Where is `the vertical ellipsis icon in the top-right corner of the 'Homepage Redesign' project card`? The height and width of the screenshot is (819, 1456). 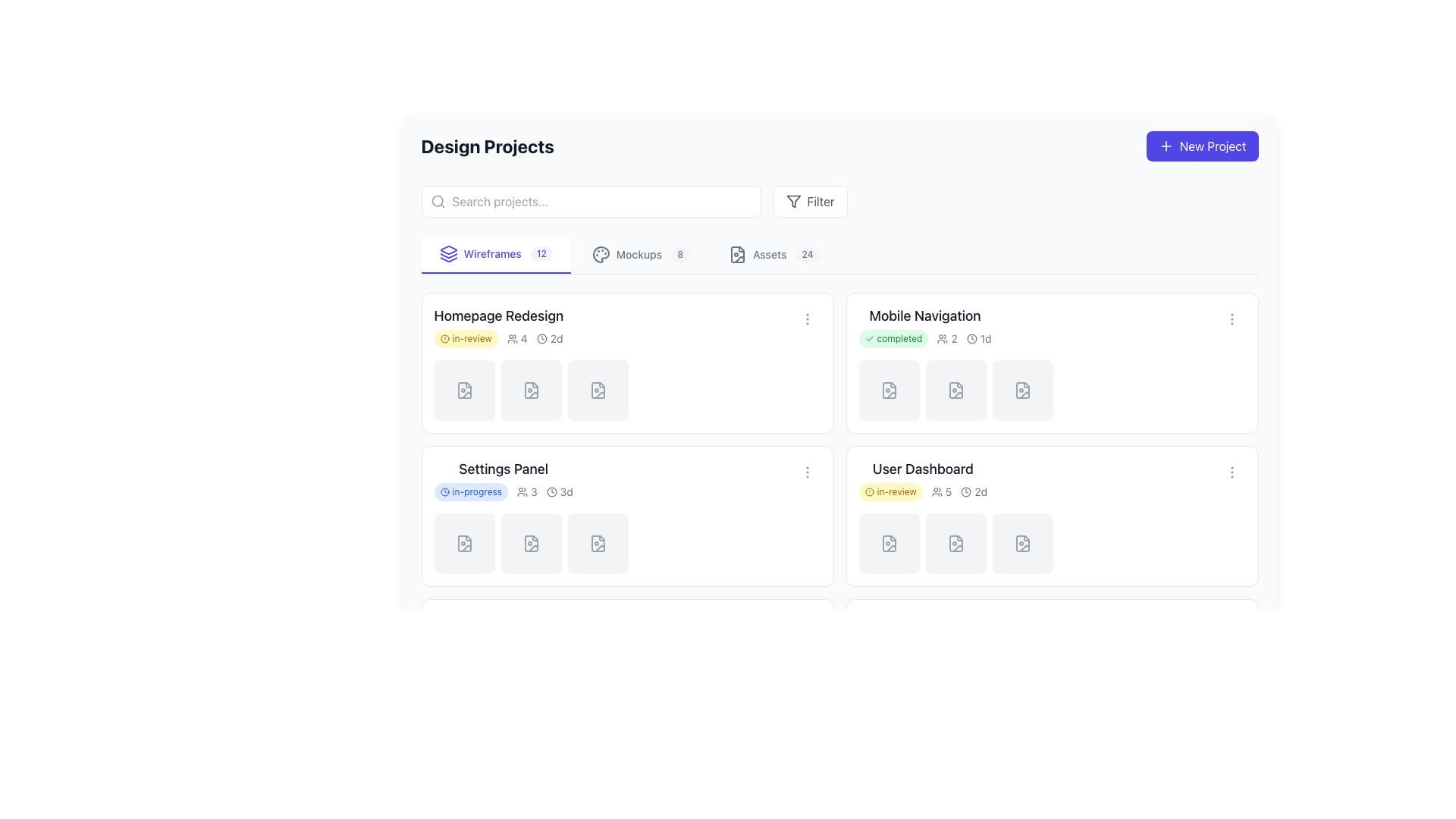 the vertical ellipsis icon in the top-right corner of the 'Homepage Redesign' project card is located at coordinates (806, 318).